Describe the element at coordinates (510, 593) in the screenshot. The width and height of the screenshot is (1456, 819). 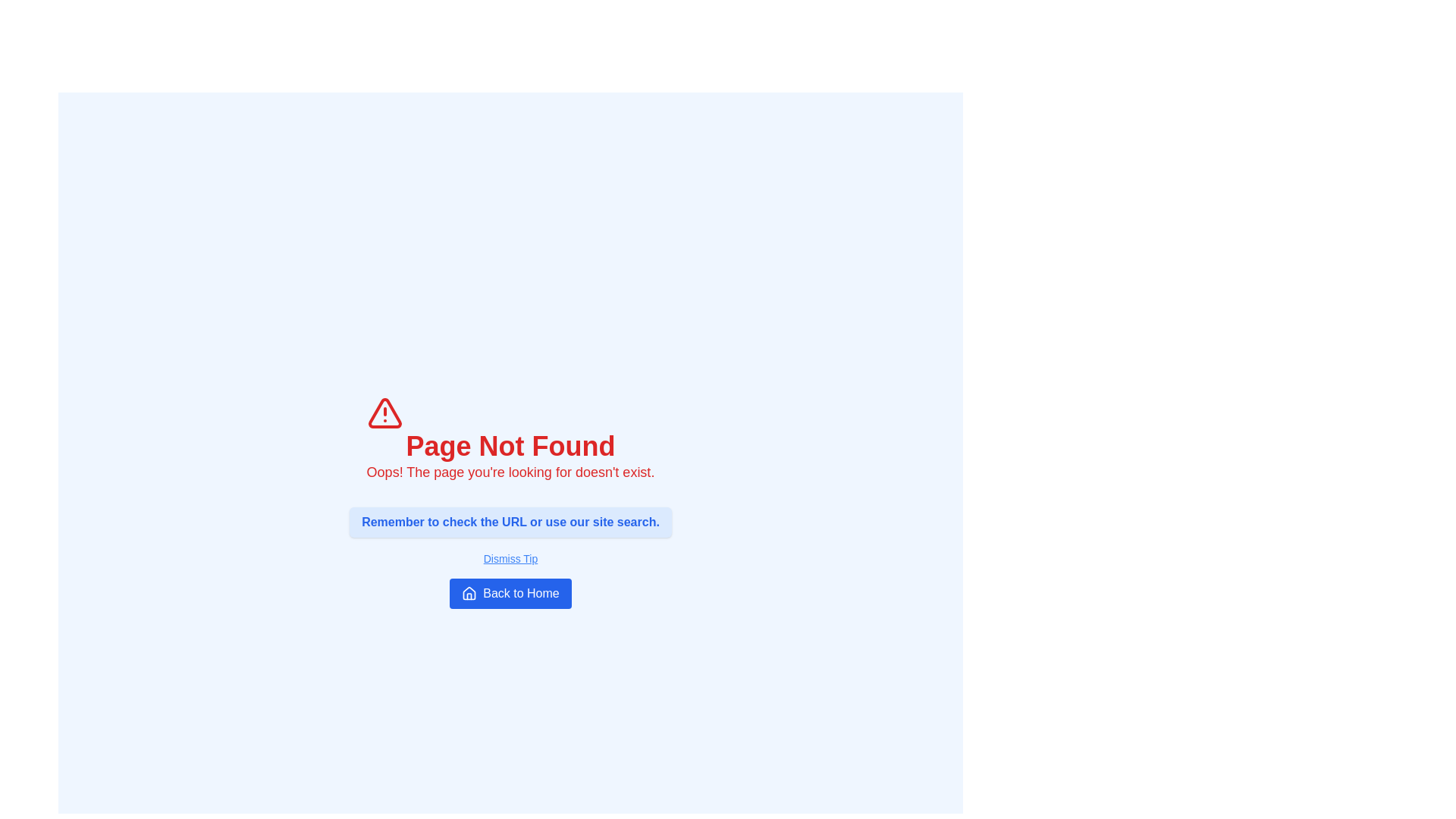
I see `the blue button labeled 'Back to Home' with a house icon` at that location.